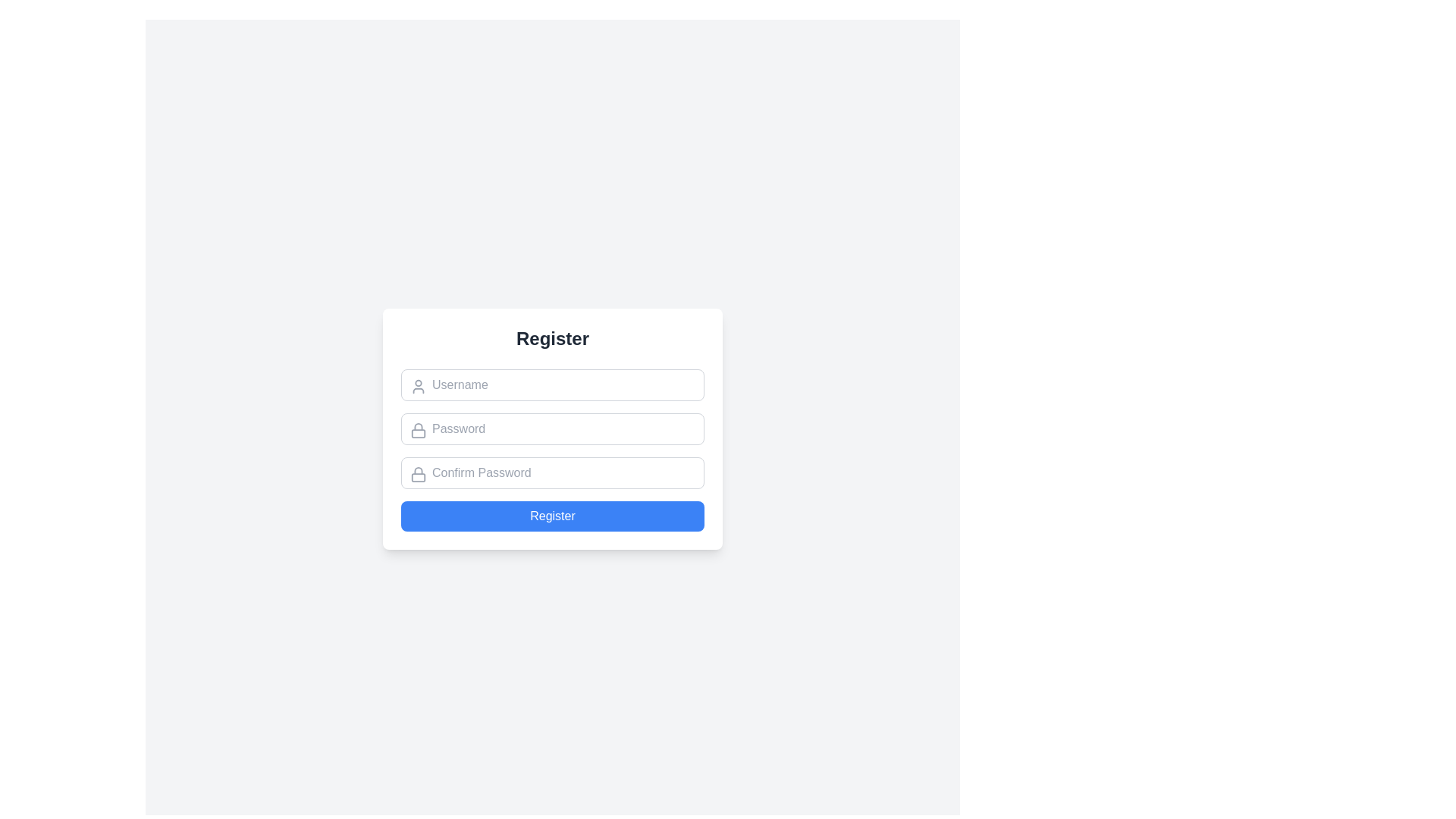 The height and width of the screenshot is (819, 1456). Describe the element at coordinates (419, 385) in the screenshot. I see `the user silhouette SVG icon, which is styled in gray and positioned near the upper-left corner of the Username input field in the registration form` at that location.